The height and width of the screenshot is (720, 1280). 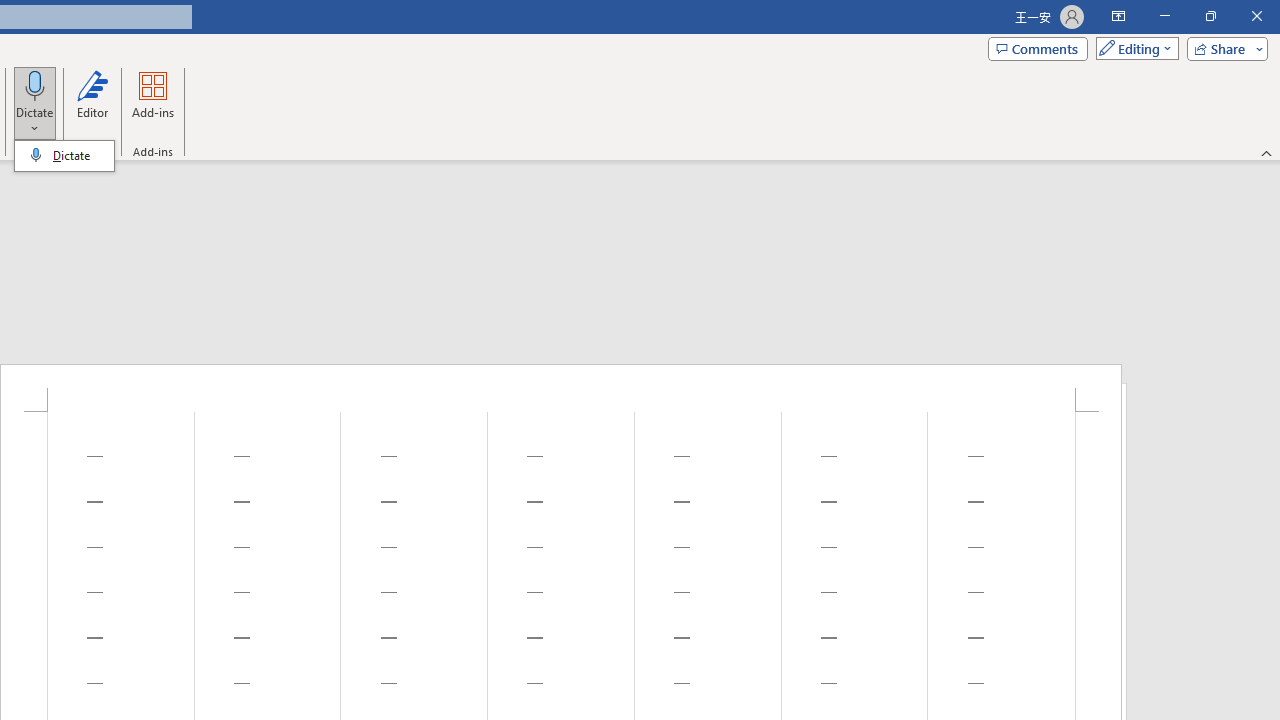 I want to click on 'Dictate', so click(x=35, y=84).